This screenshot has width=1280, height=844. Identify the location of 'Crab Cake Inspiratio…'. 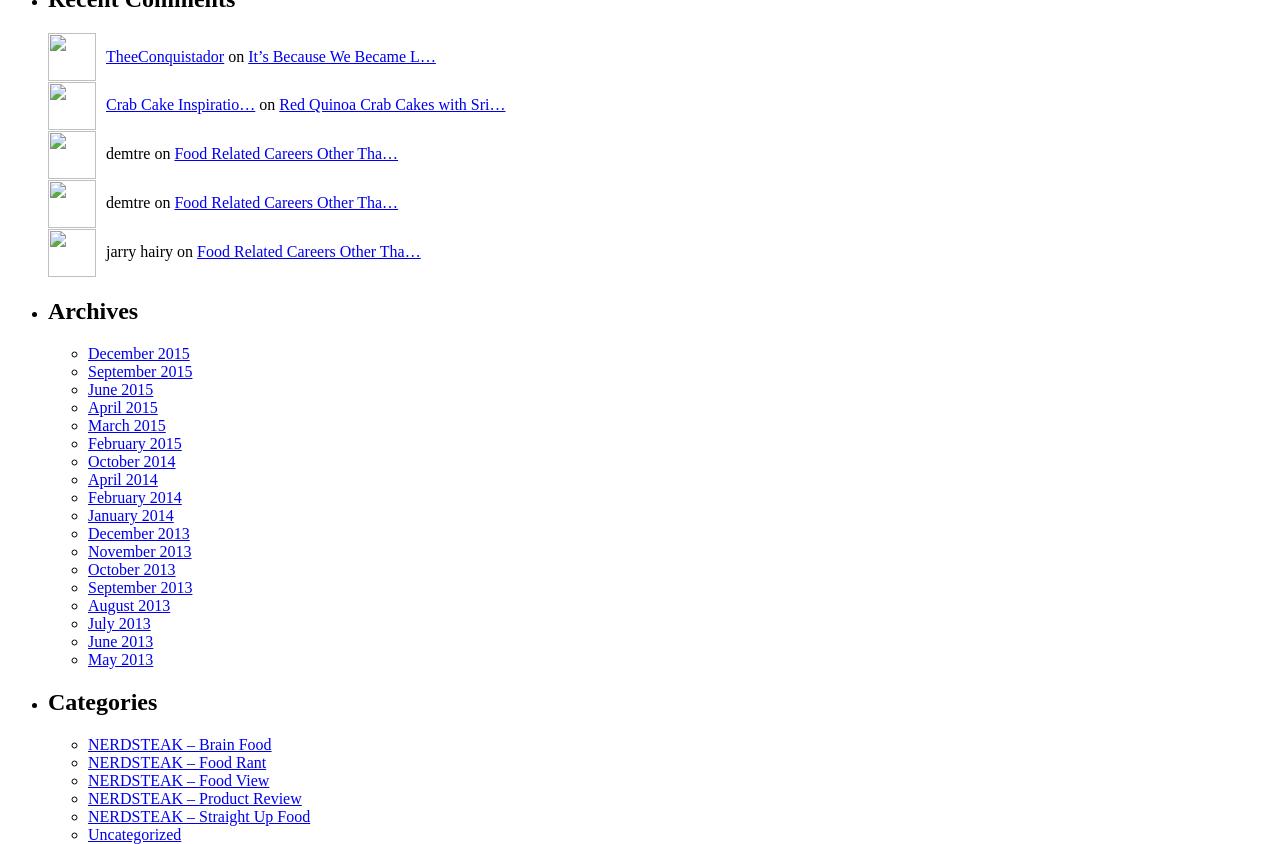
(180, 103).